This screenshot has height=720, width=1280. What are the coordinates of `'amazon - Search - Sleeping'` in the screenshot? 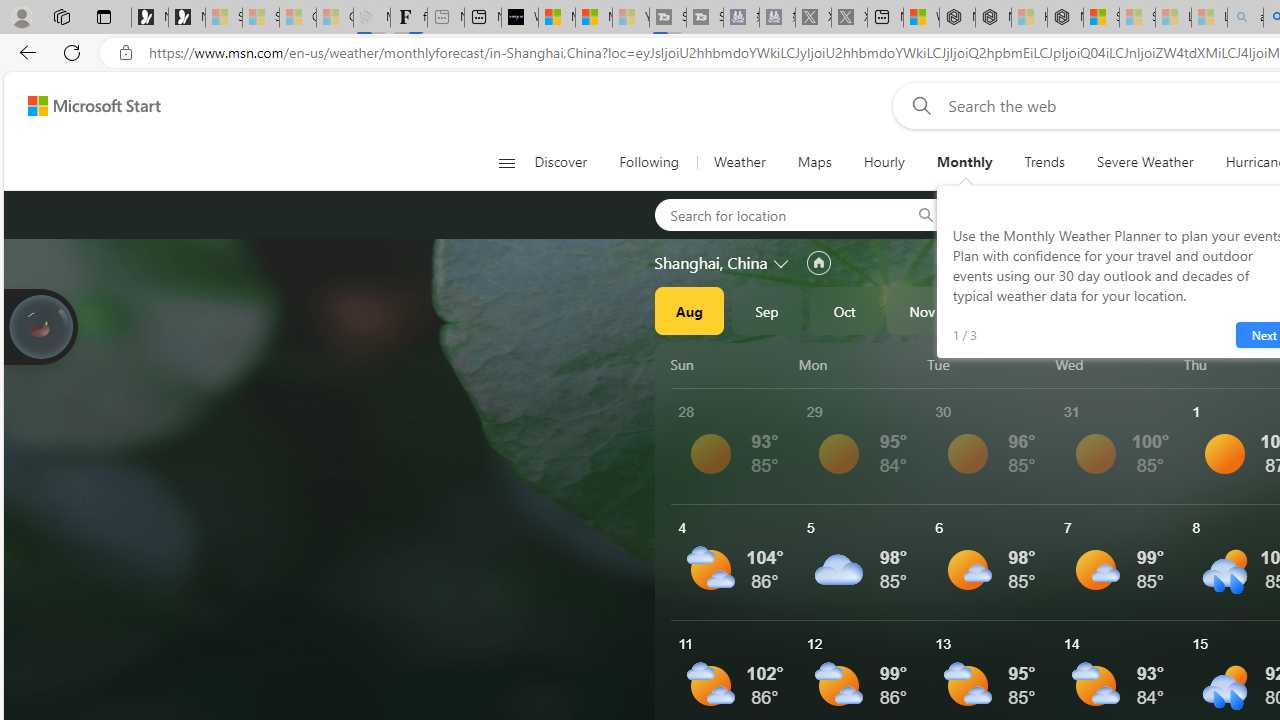 It's located at (1244, 17).